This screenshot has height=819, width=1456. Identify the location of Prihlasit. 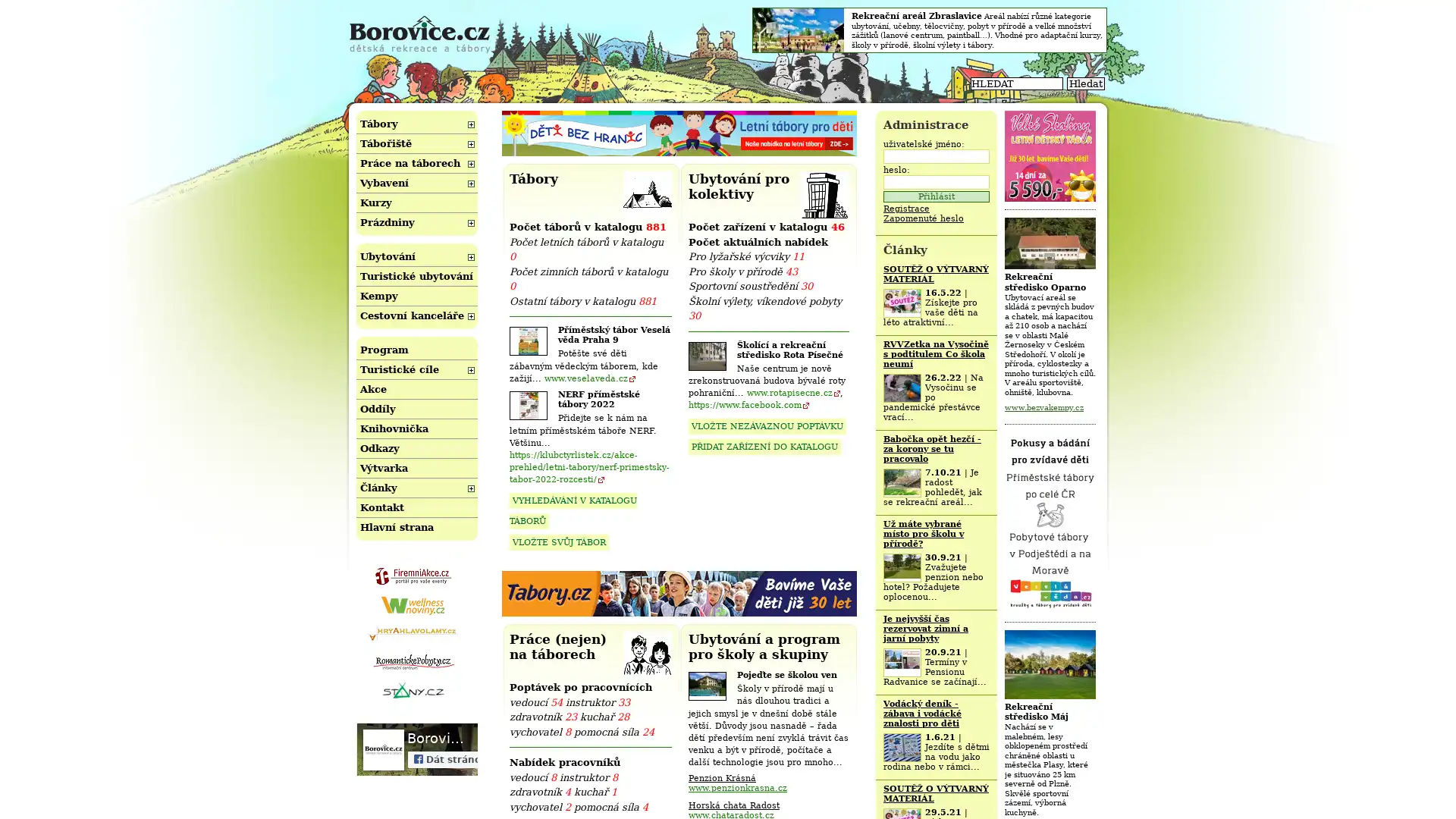
(935, 196).